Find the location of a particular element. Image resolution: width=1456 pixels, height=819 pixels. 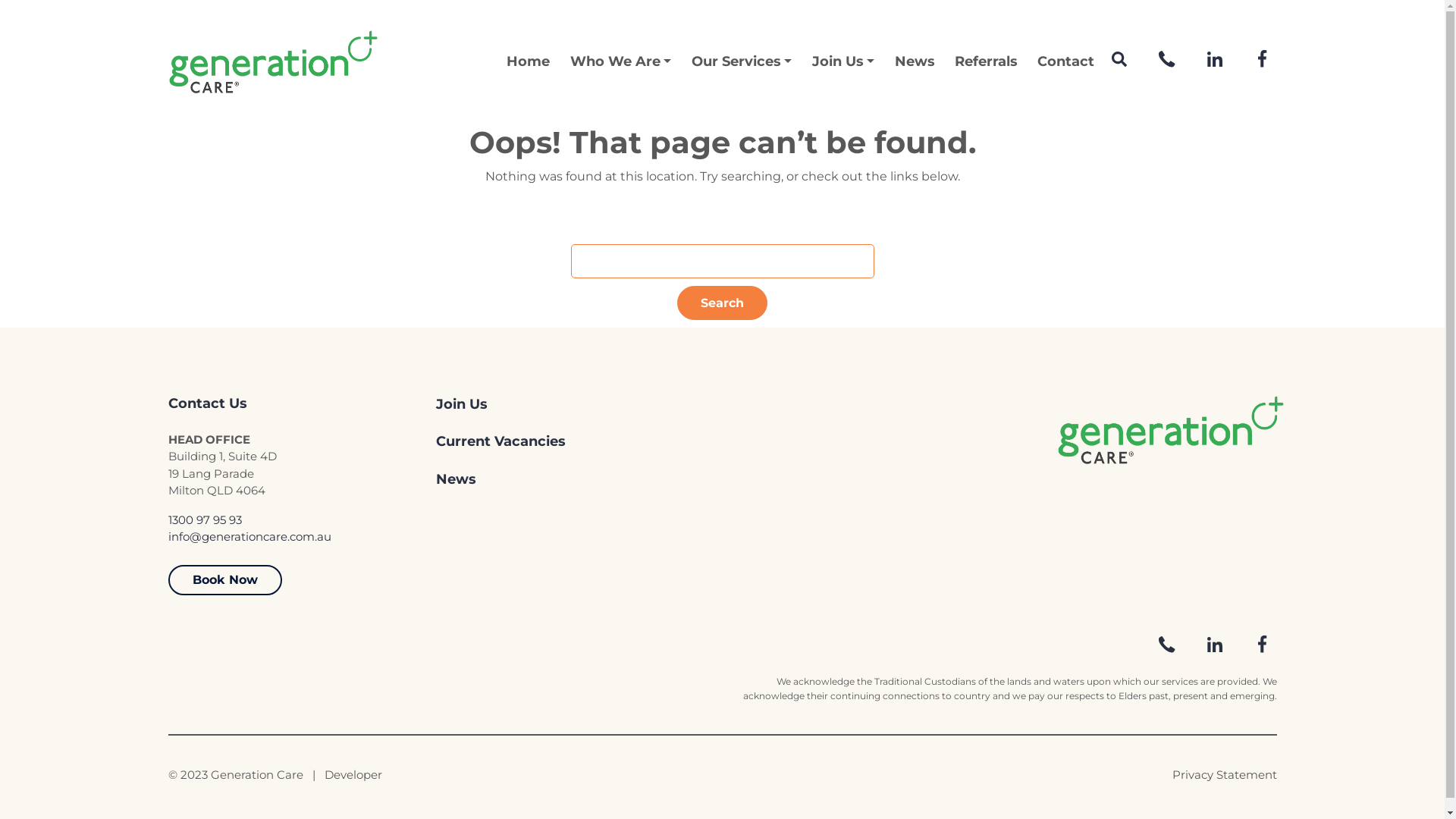

'Search' is located at coordinates (721, 303).